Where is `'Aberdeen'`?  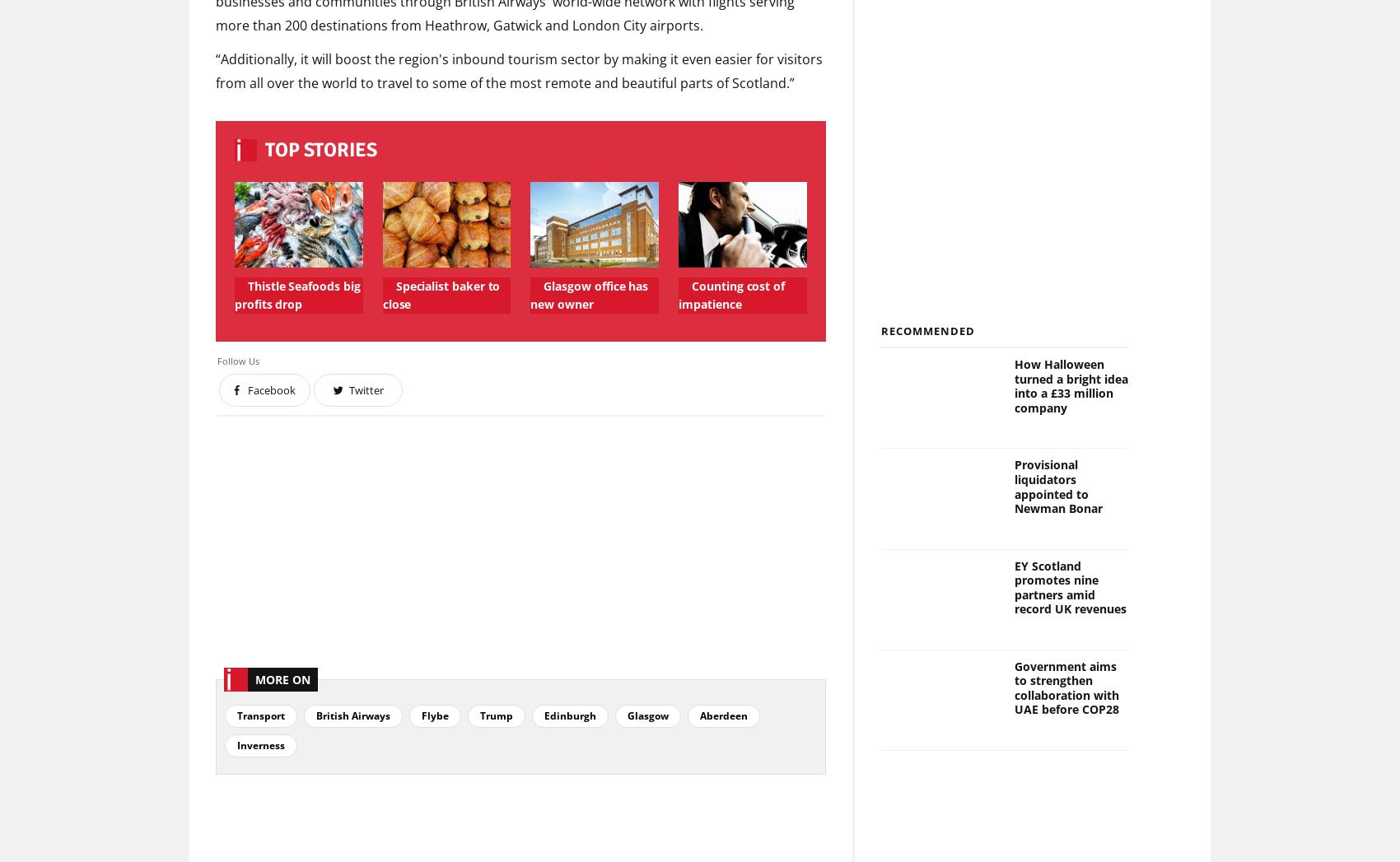 'Aberdeen' is located at coordinates (724, 715).